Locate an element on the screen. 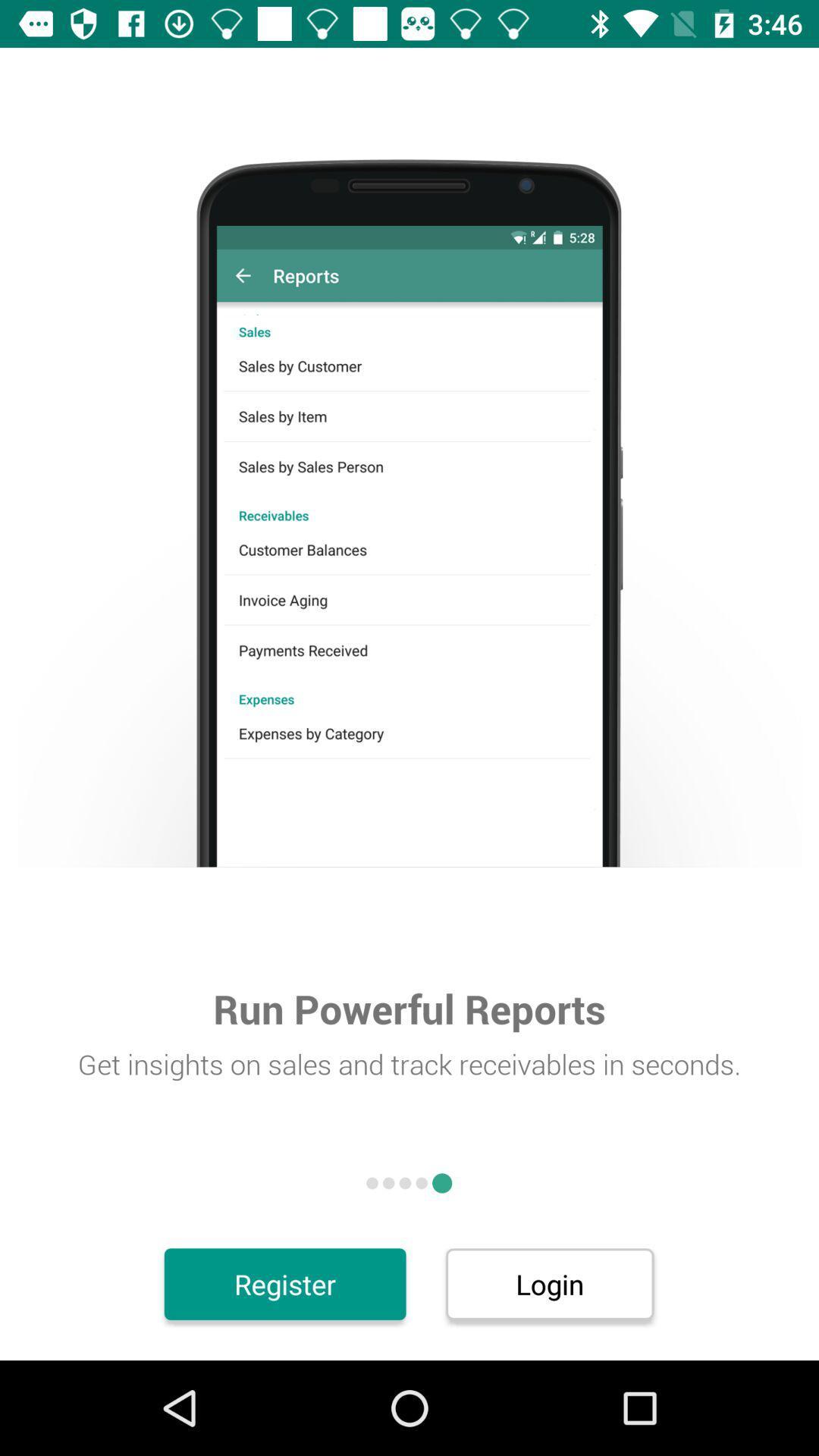  the login icon is located at coordinates (550, 1283).